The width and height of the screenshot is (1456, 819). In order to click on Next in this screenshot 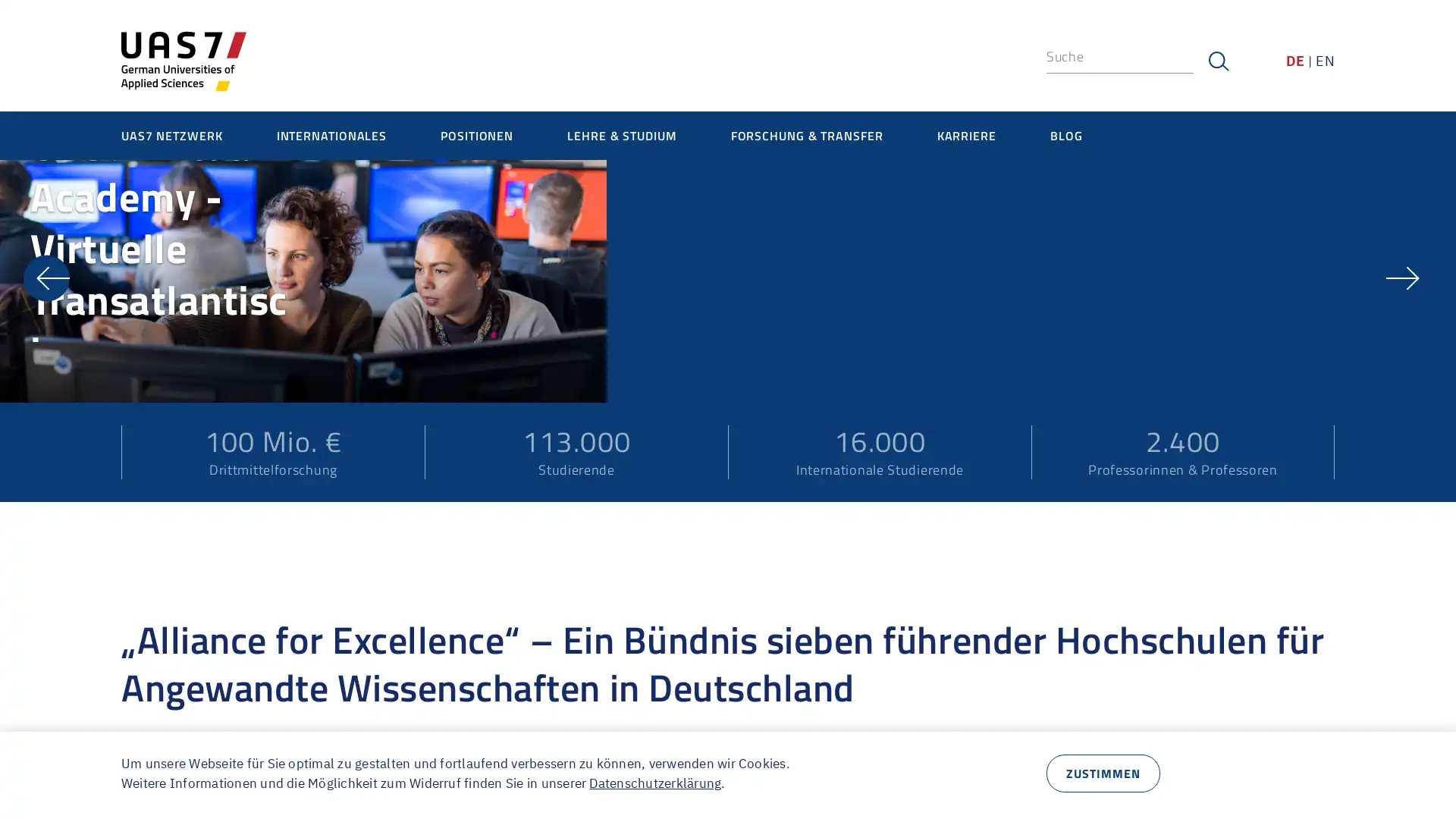, I will do `click(1408, 447)`.